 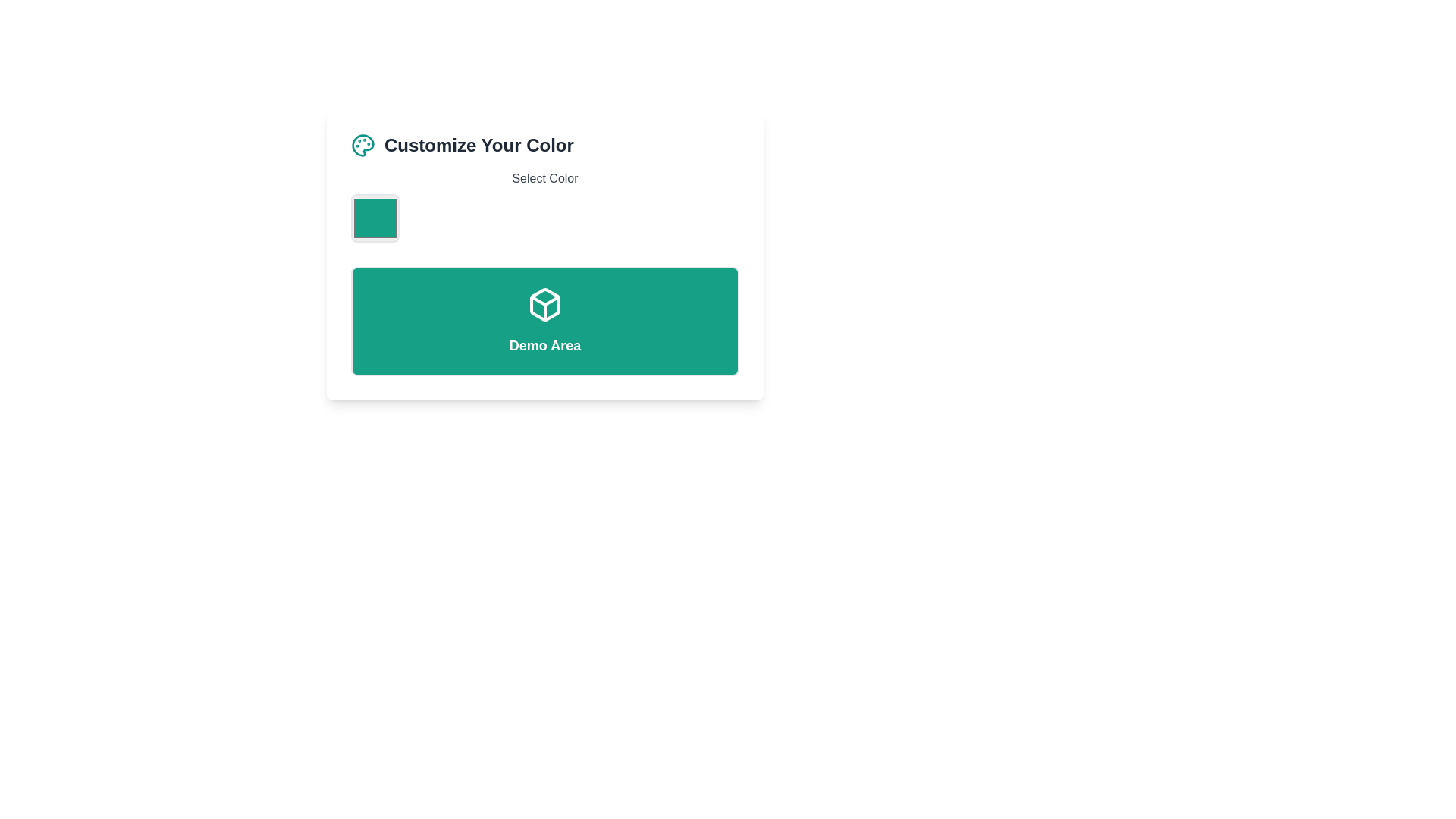 What do you see at coordinates (362, 146) in the screenshot?
I see `visual representation of the painter's palette icon, which is teal and has a circular shape with small holes, located to the left of the 'Customize Your Color' text block` at bounding box center [362, 146].